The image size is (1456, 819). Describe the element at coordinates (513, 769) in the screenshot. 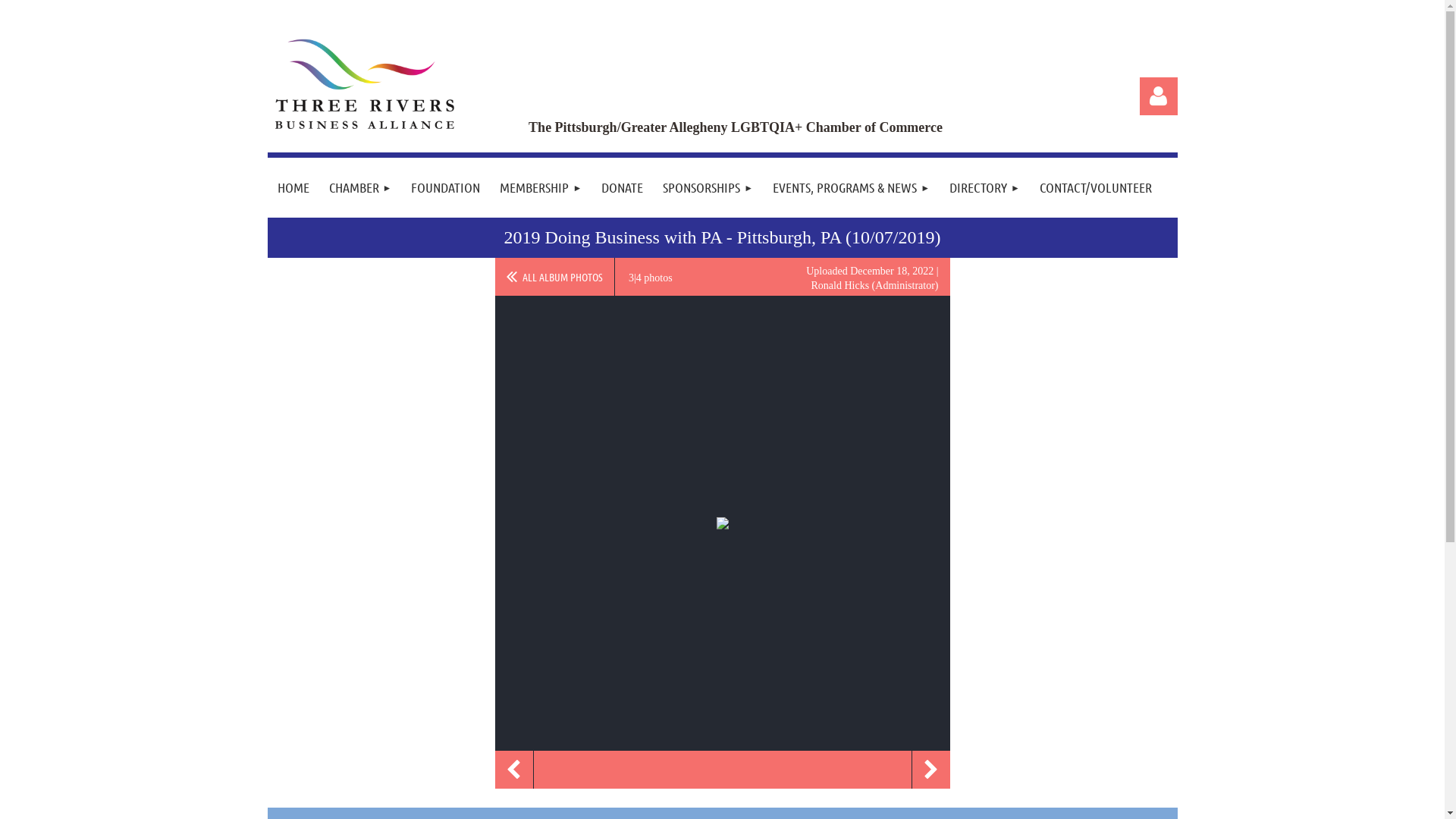

I see `'Previous'` at that location.